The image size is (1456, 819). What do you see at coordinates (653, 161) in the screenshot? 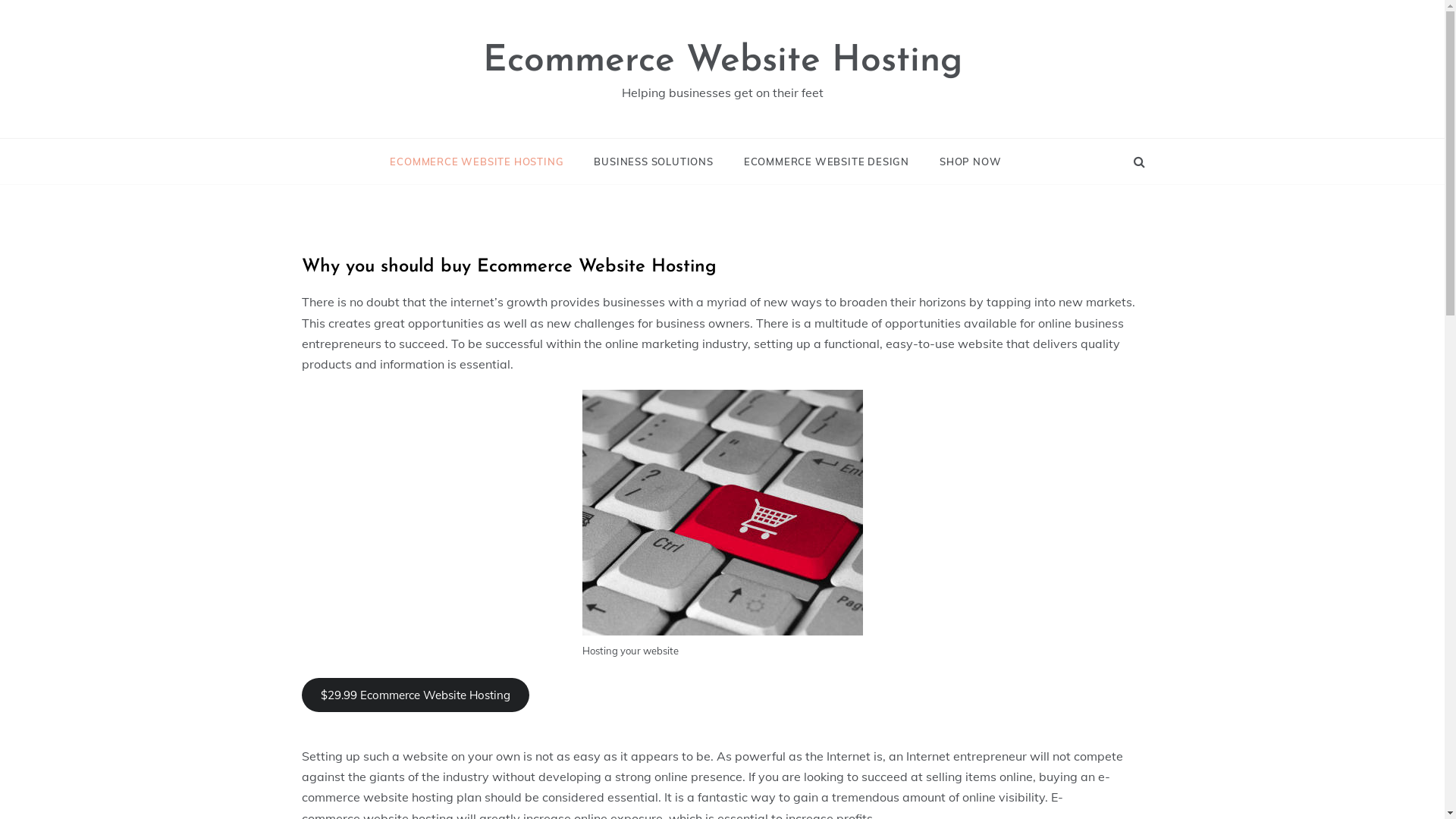
I see `'BUSINESS SOLUTIONS'` at bounding box center [653, 161].